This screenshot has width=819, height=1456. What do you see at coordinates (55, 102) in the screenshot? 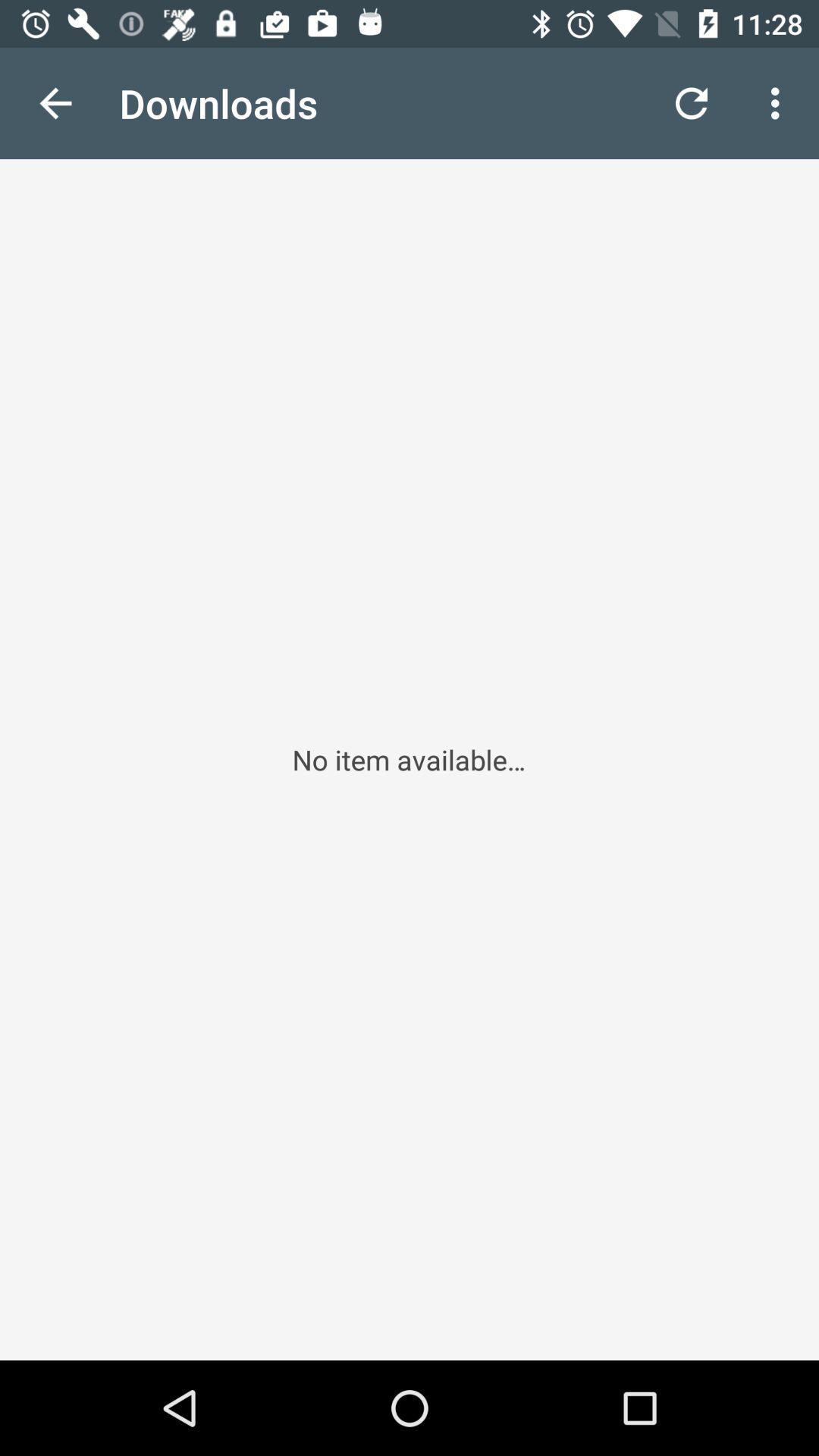
I see `the item to the left of the downloads icon` at bounding box center [55, 102].